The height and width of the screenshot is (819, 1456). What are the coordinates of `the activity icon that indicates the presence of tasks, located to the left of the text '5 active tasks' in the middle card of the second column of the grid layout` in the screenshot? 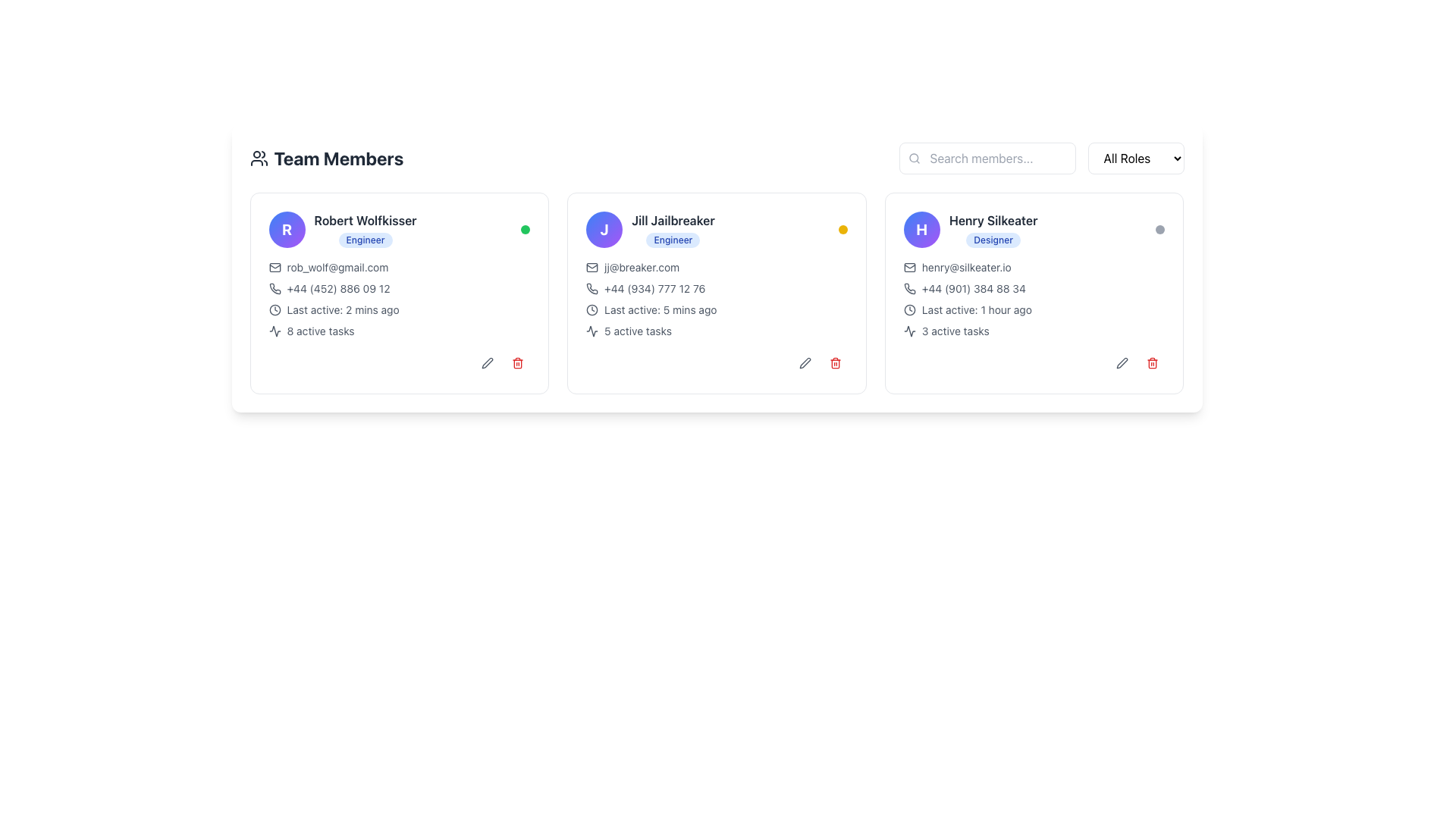 It's located at (591, 330).